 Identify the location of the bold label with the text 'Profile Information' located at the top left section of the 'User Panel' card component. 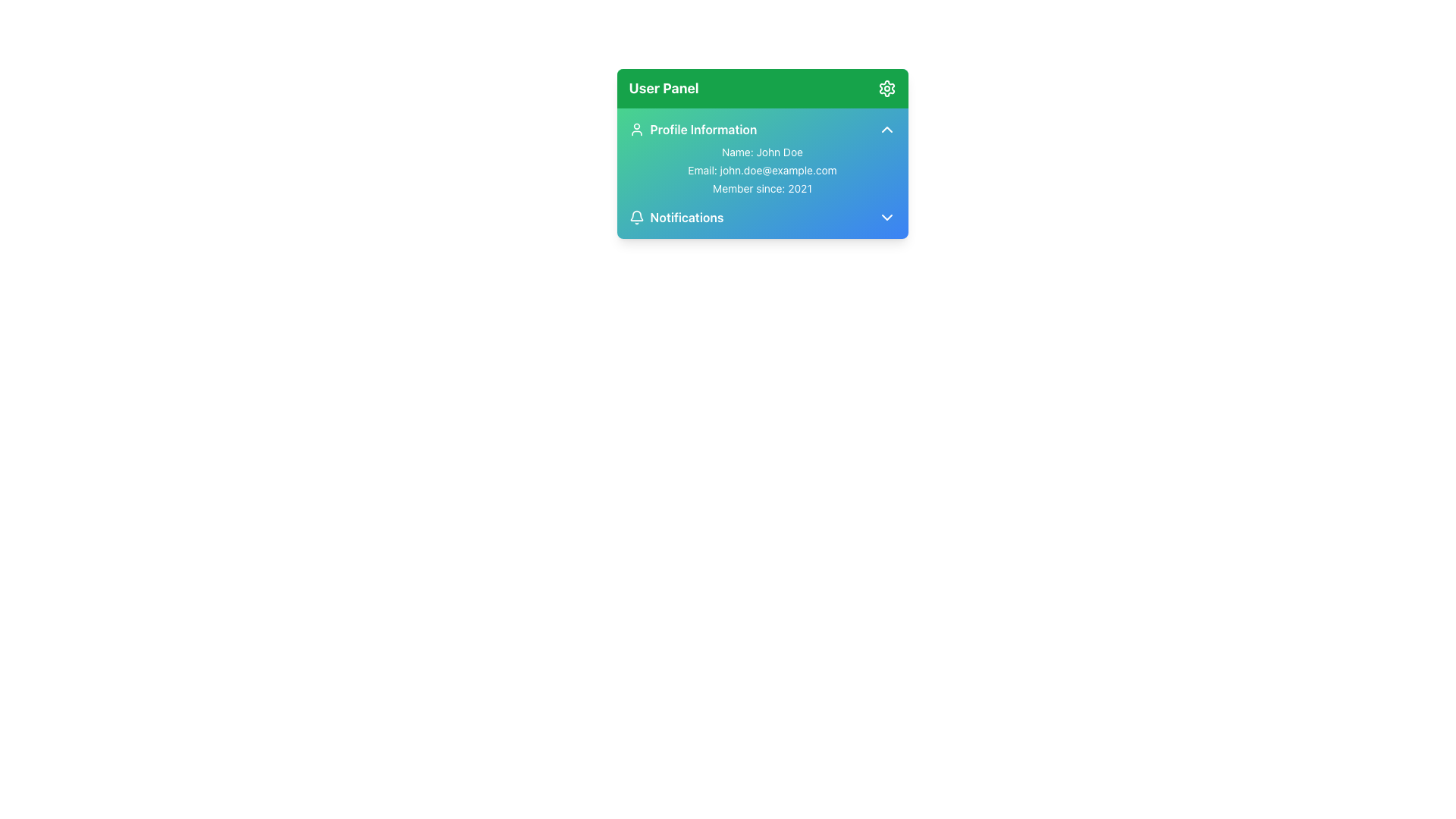
(692, 128).